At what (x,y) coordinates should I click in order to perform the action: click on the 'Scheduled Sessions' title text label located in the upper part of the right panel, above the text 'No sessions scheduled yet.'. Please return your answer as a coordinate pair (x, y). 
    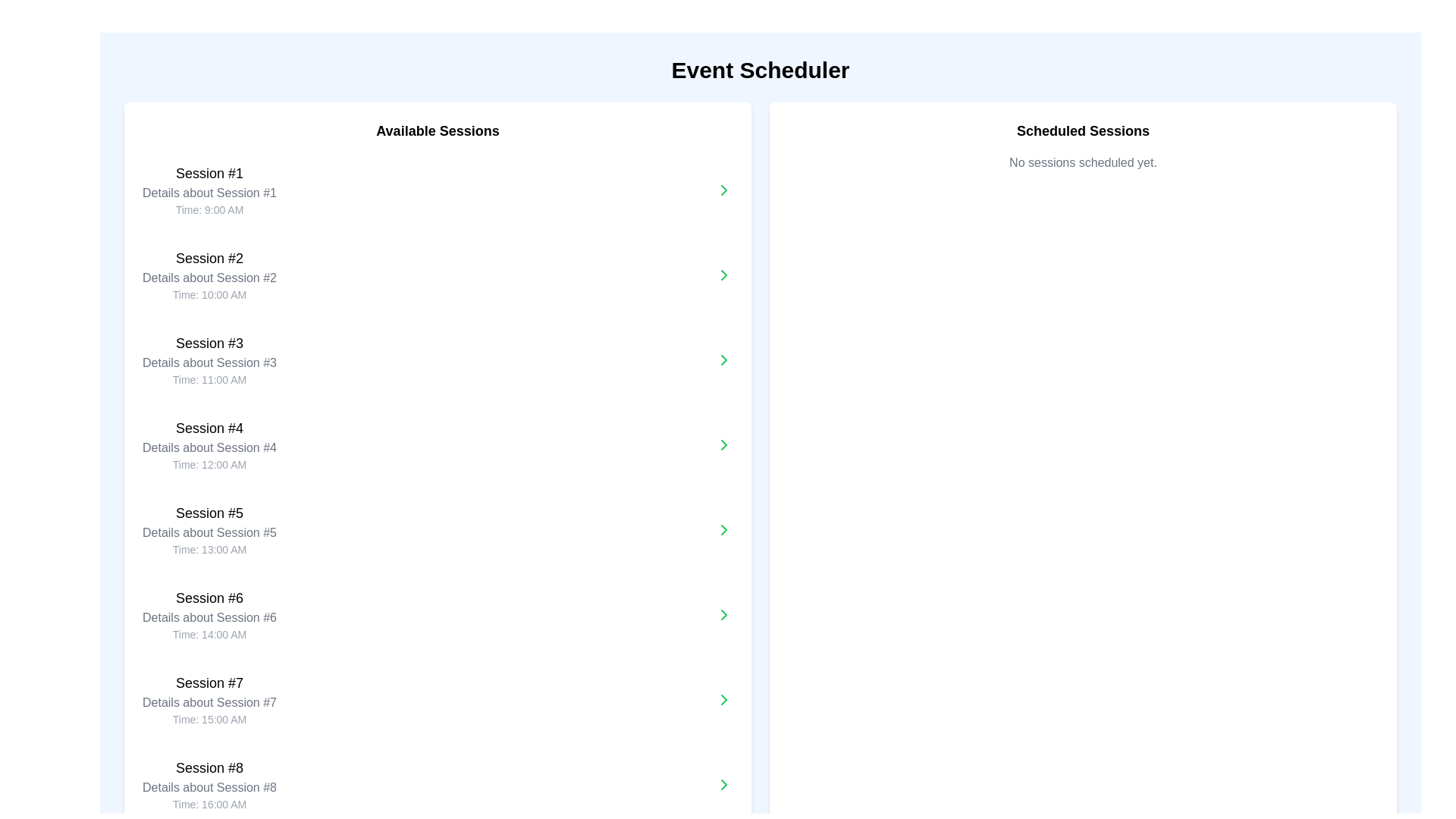
    Looking at the image, I should click on (1082, 130).